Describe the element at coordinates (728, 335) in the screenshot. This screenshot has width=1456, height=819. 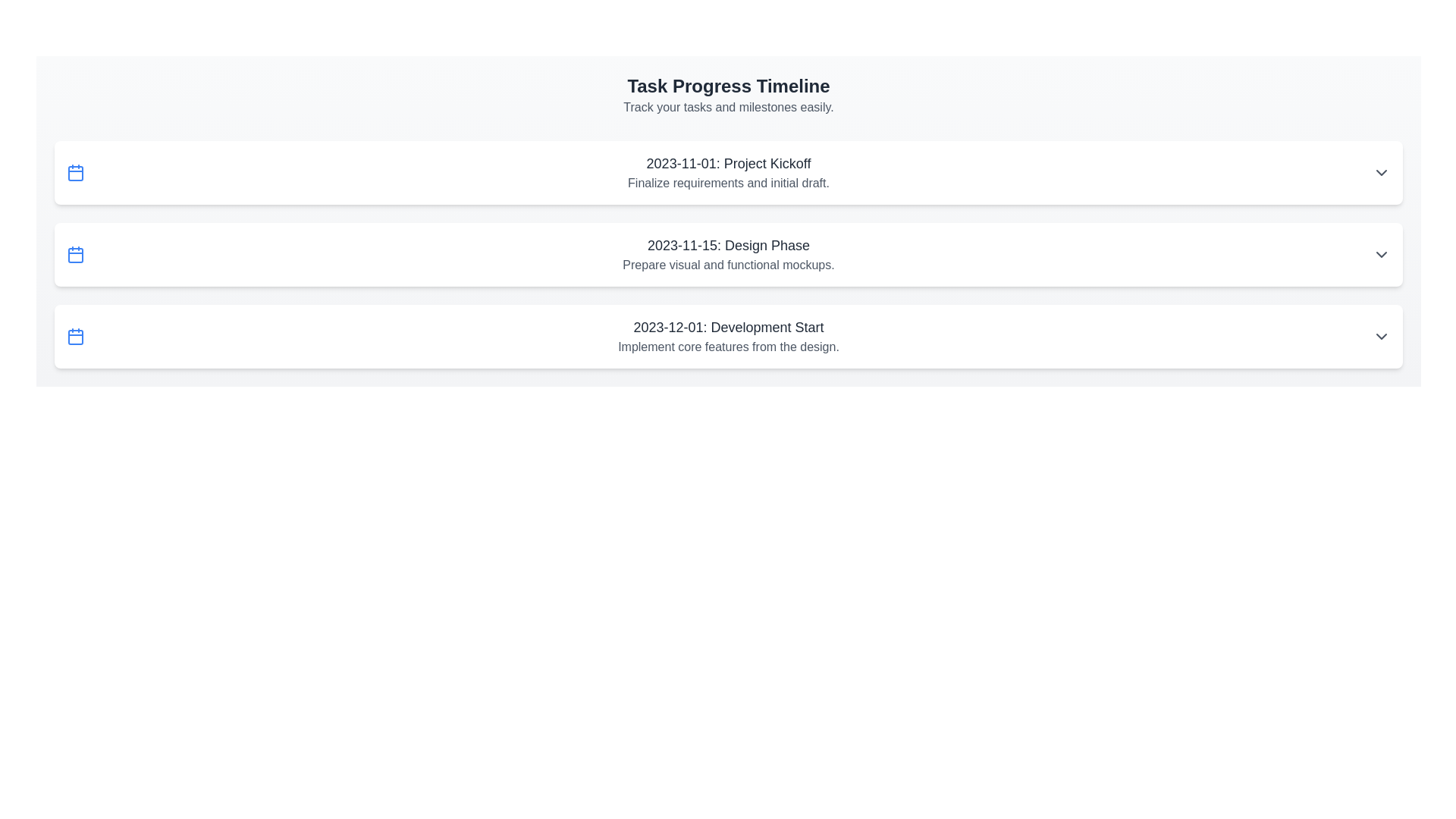
I see `on the timeline item element titled '2023-12-01: Development Start'` at that location.